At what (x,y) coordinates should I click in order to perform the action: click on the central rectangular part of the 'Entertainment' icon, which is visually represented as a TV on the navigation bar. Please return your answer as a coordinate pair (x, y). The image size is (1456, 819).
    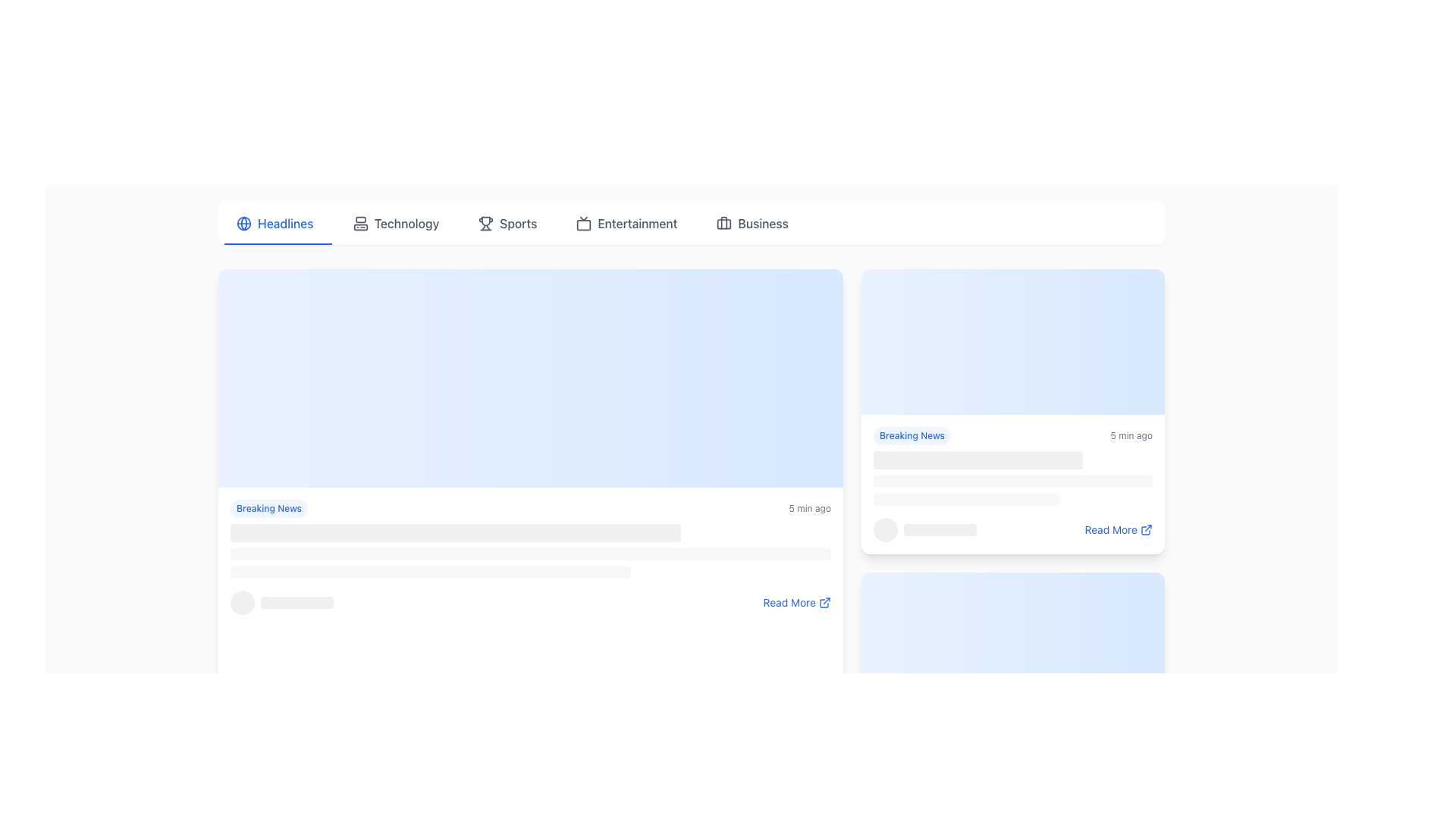
    Looking at the image, I should click on (583, 225).